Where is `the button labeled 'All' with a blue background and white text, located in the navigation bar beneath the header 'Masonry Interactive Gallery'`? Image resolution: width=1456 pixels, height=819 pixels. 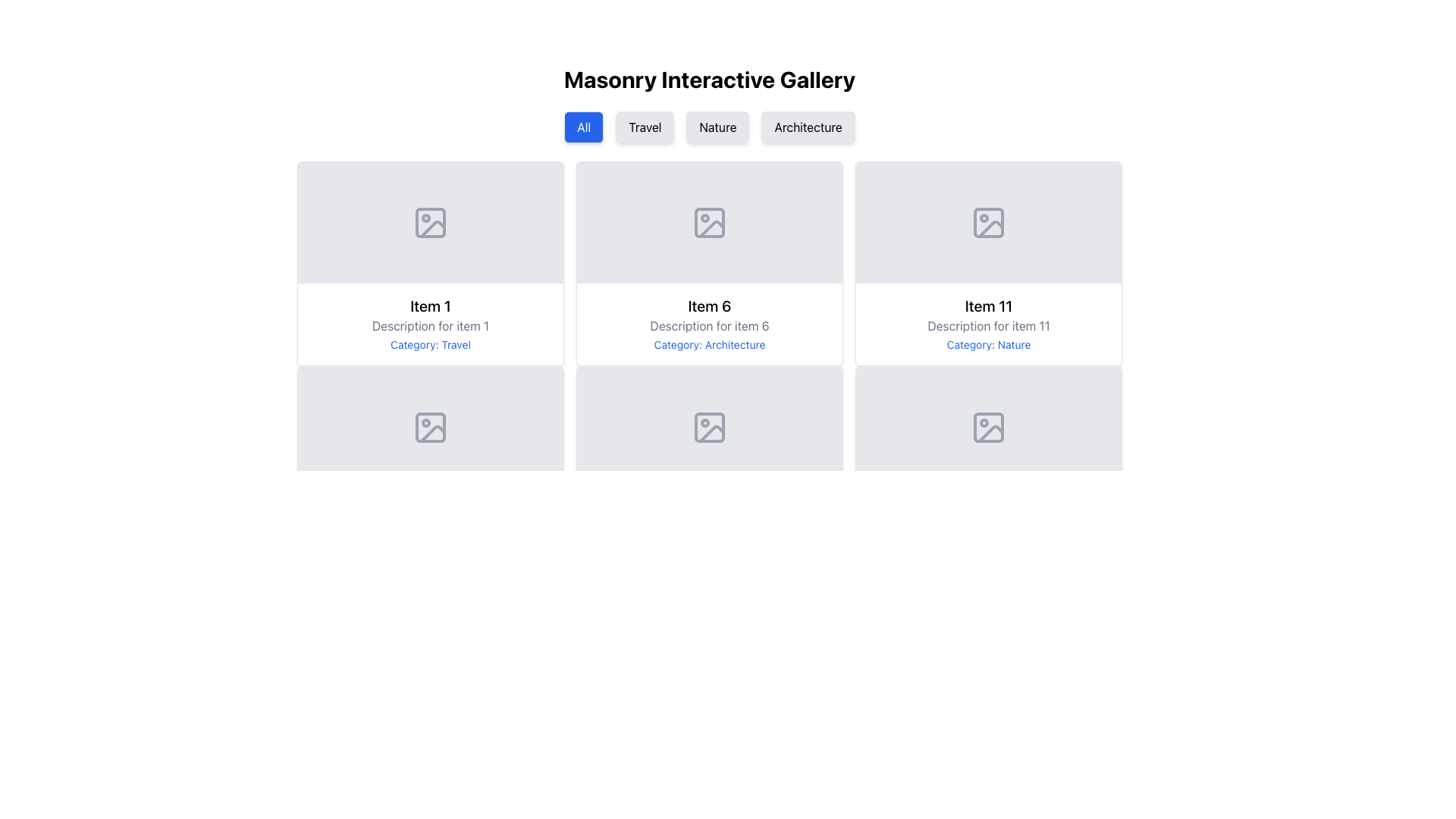
the button labeled 'All' with a blue background and white text, located in the navigation bar beneath the header 'Masonry Interactive Gallery' is located at coordinates (583, 127).